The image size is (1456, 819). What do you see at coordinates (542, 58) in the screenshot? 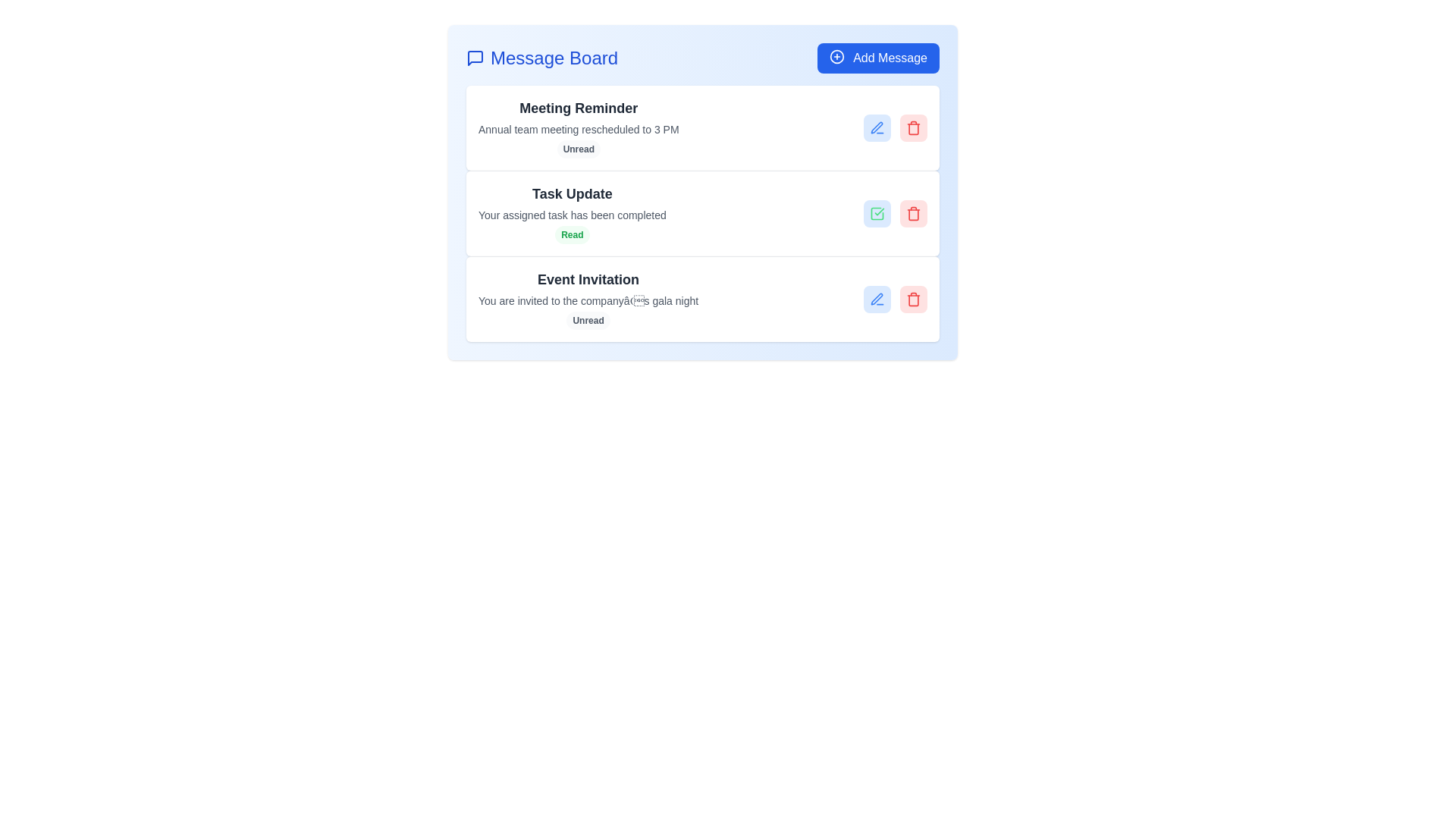
I see `the TextLabel displaying 'Message Board' with a blue font and a speech bubble icon, located in the top section of the layout` at bounding box center [542, 58].